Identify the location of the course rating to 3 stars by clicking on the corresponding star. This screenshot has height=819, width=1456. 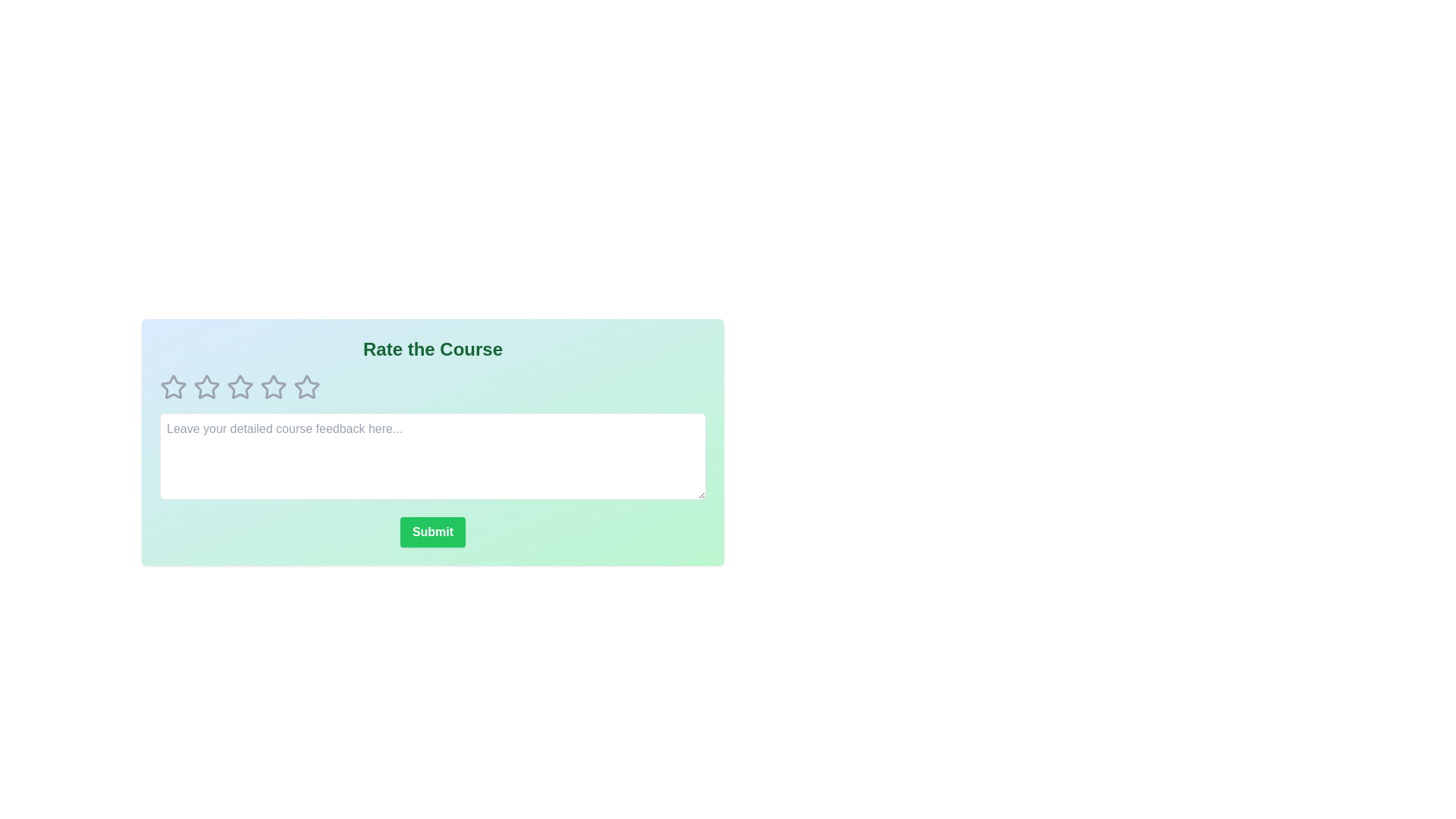
(239, 386).